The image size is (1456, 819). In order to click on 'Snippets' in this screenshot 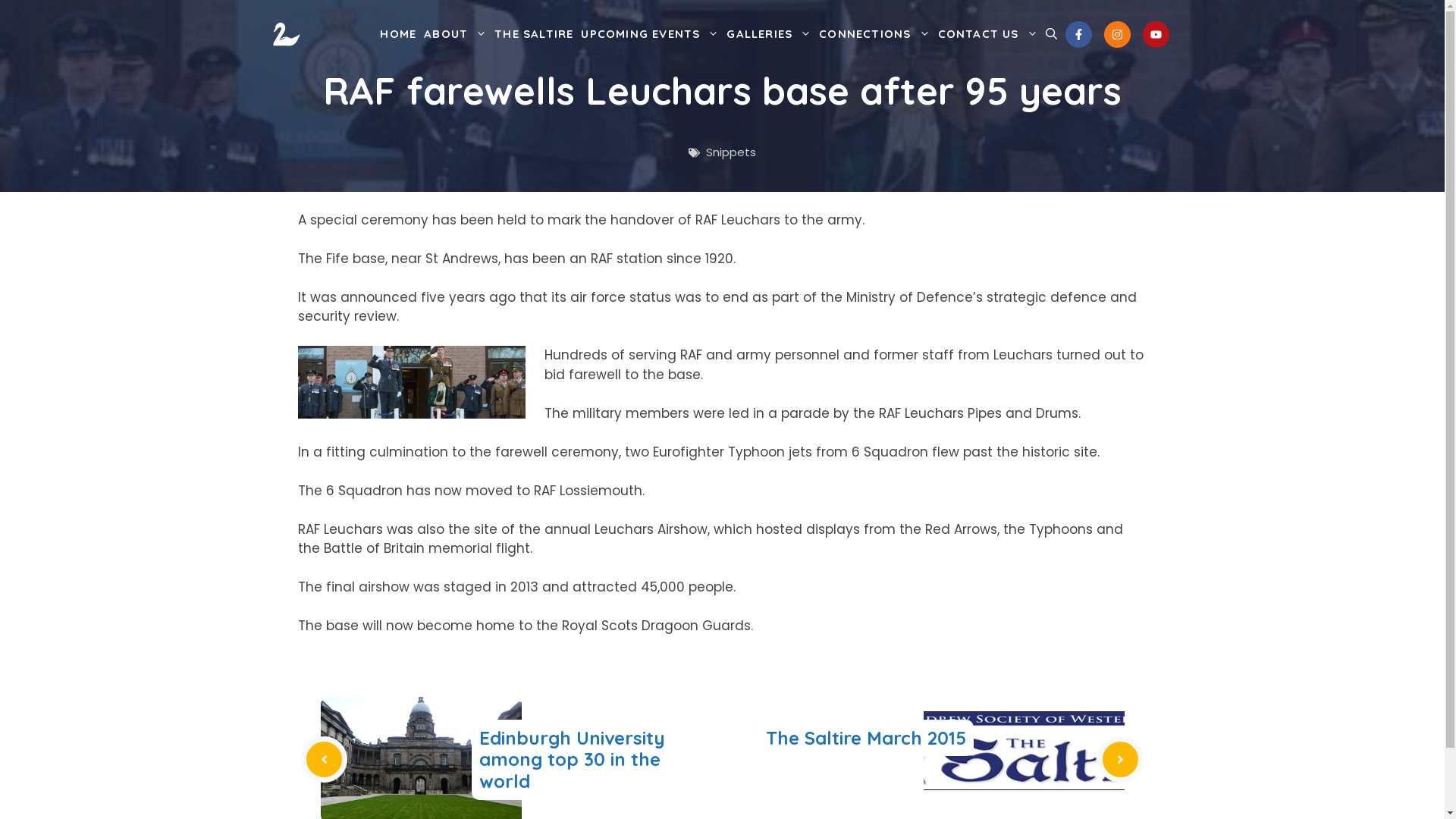, I will do `click(731, 152)`.